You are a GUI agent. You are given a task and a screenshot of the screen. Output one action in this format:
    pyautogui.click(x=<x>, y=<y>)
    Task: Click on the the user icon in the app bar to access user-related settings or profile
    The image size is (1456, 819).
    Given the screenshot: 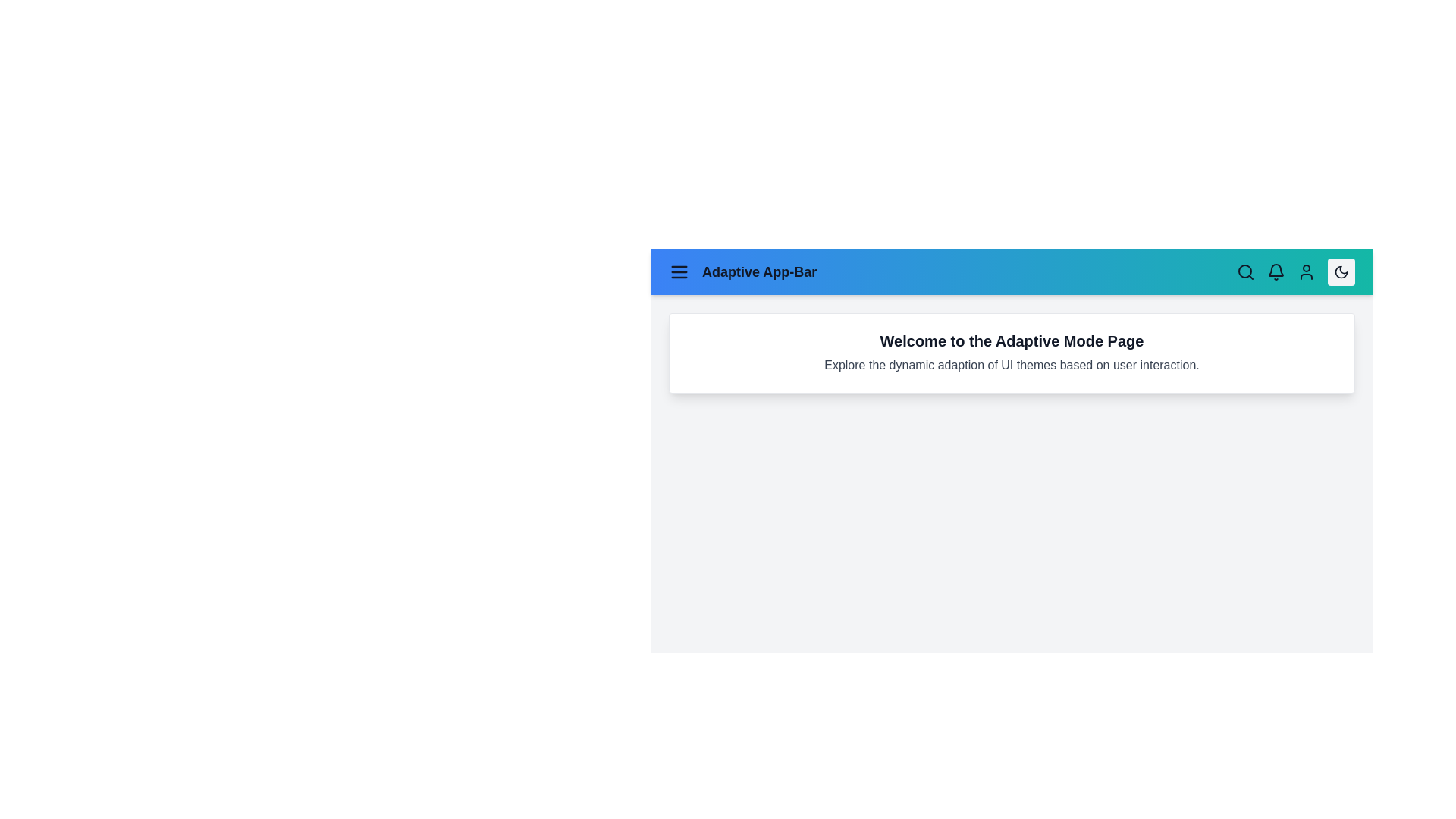 What is the action you would take?
    pyautogui.click(x=1306, y=271)
    